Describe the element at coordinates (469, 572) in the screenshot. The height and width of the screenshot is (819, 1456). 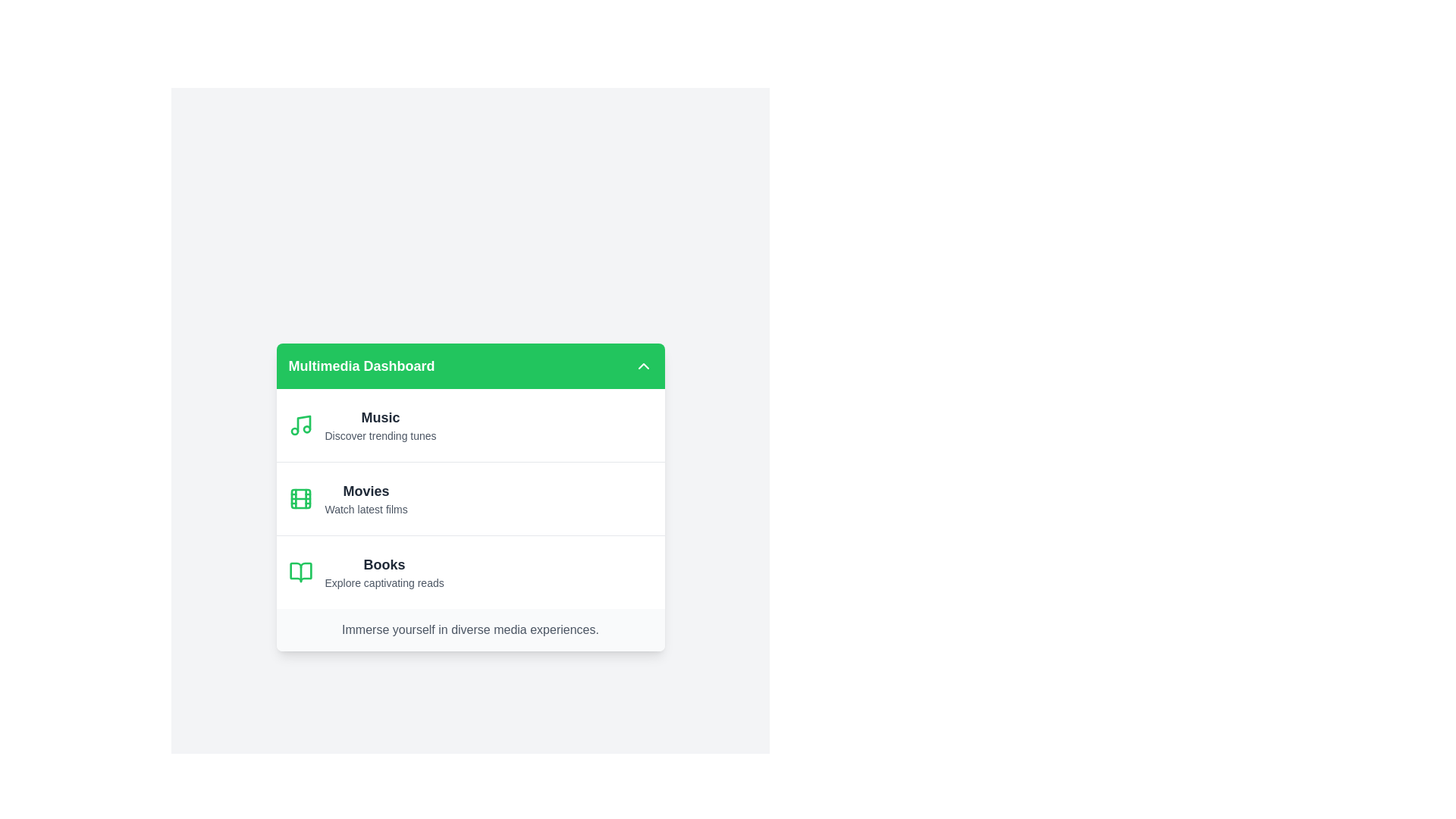
I see `the category Books to explore its content` at that location.